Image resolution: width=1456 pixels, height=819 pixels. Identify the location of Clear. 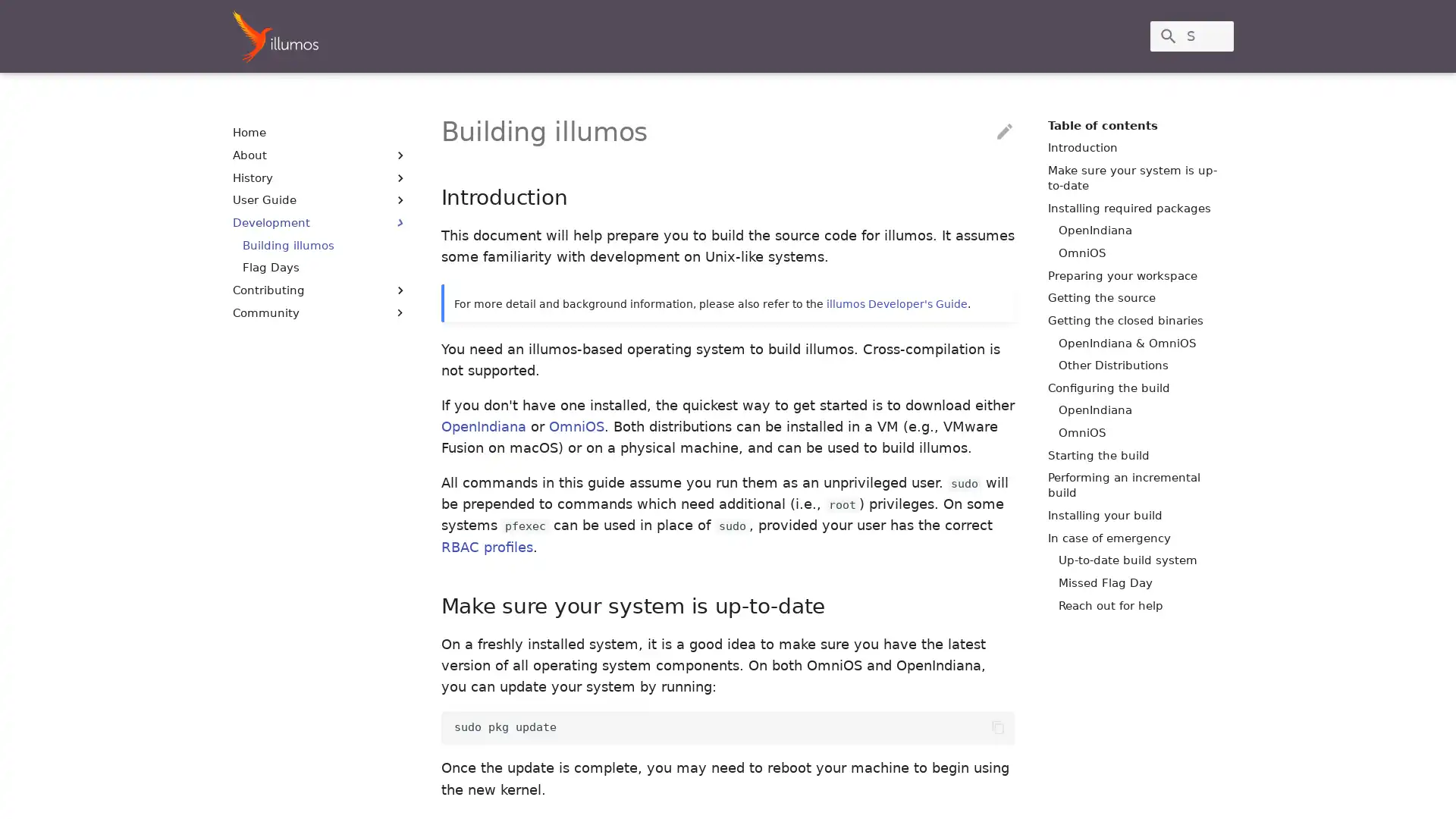
(1215, 35).